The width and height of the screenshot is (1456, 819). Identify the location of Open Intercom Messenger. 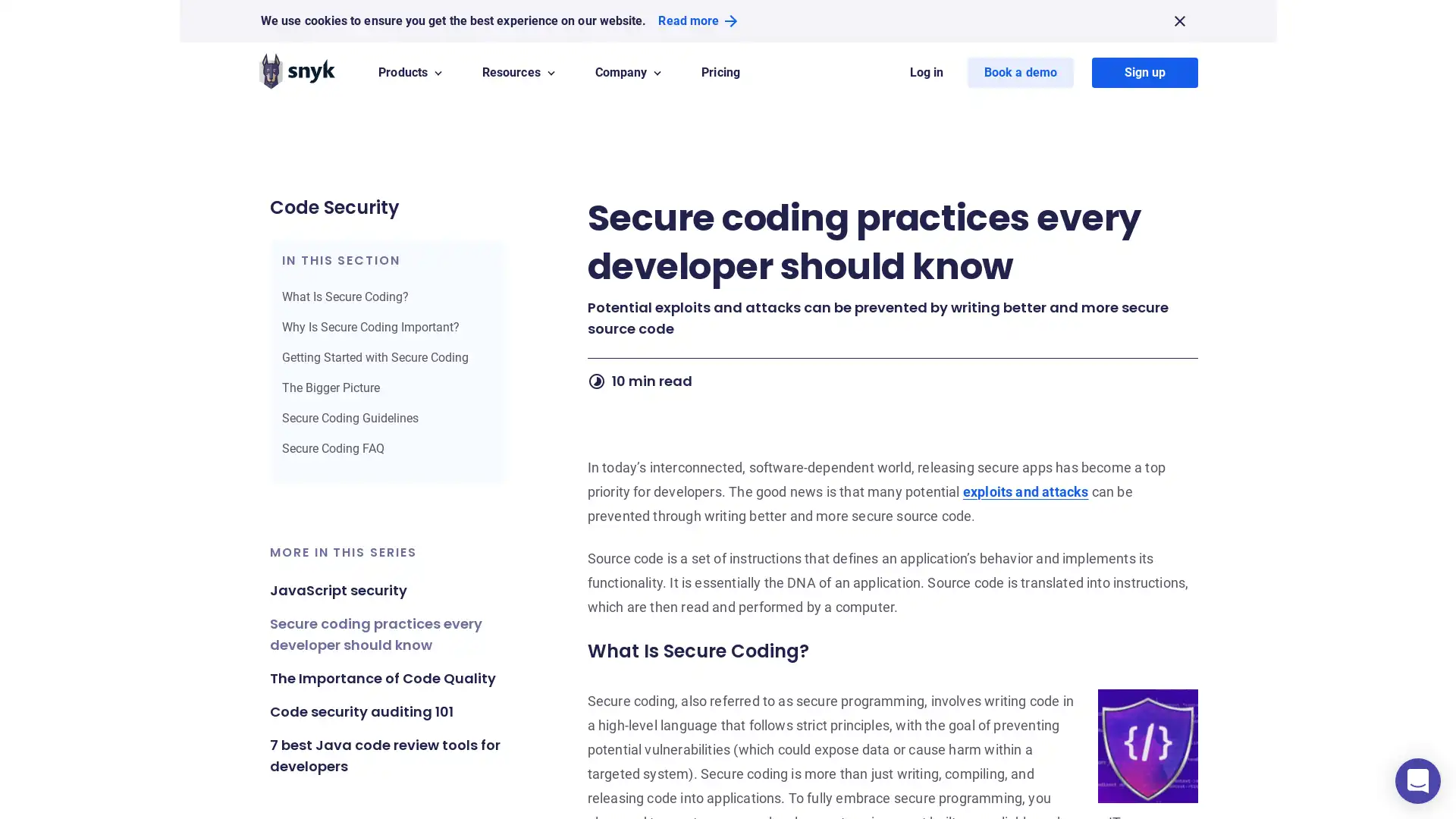
(1417, 780).